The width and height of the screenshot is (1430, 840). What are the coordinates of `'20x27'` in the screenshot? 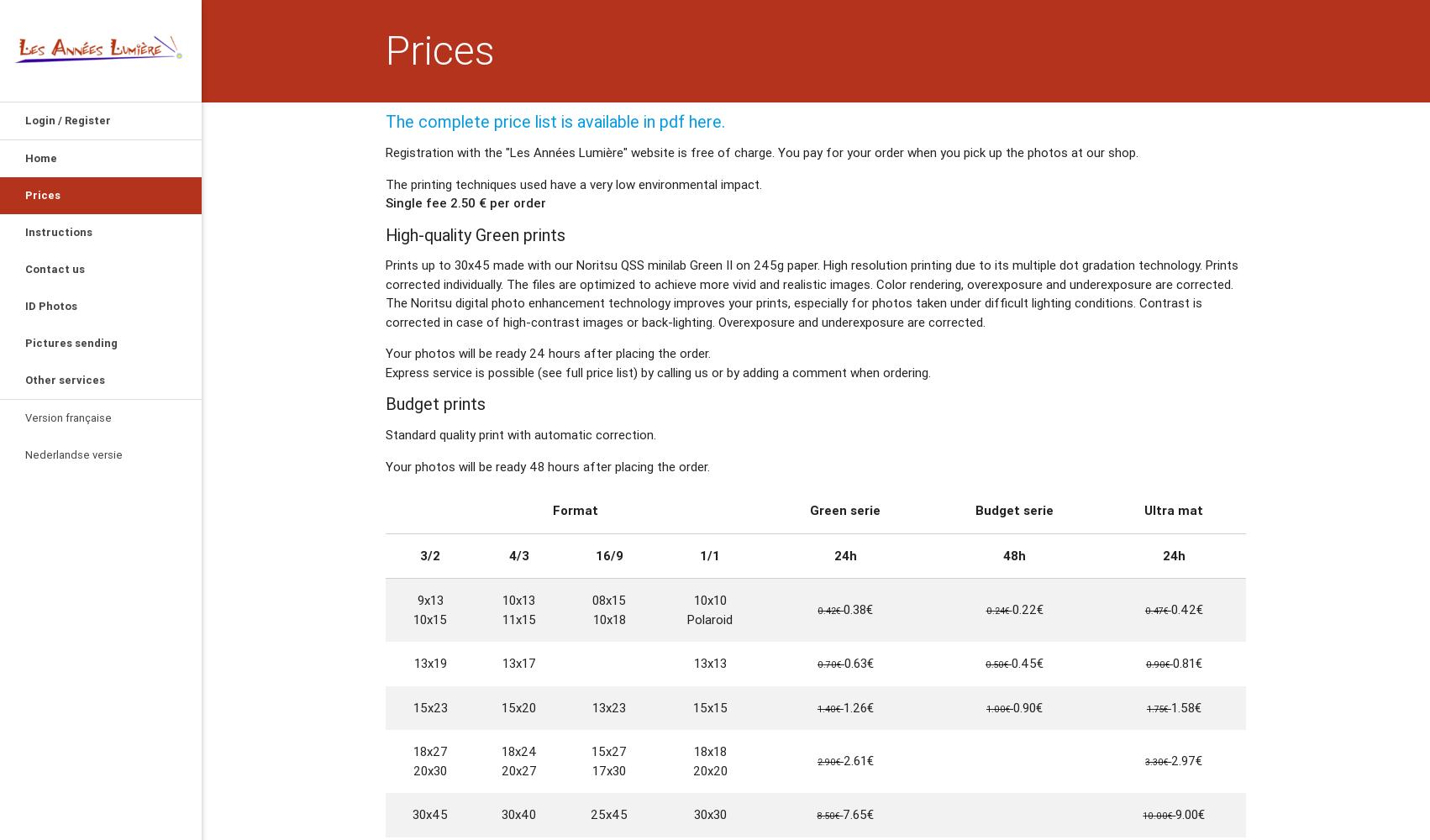 It's located at (518, 769).